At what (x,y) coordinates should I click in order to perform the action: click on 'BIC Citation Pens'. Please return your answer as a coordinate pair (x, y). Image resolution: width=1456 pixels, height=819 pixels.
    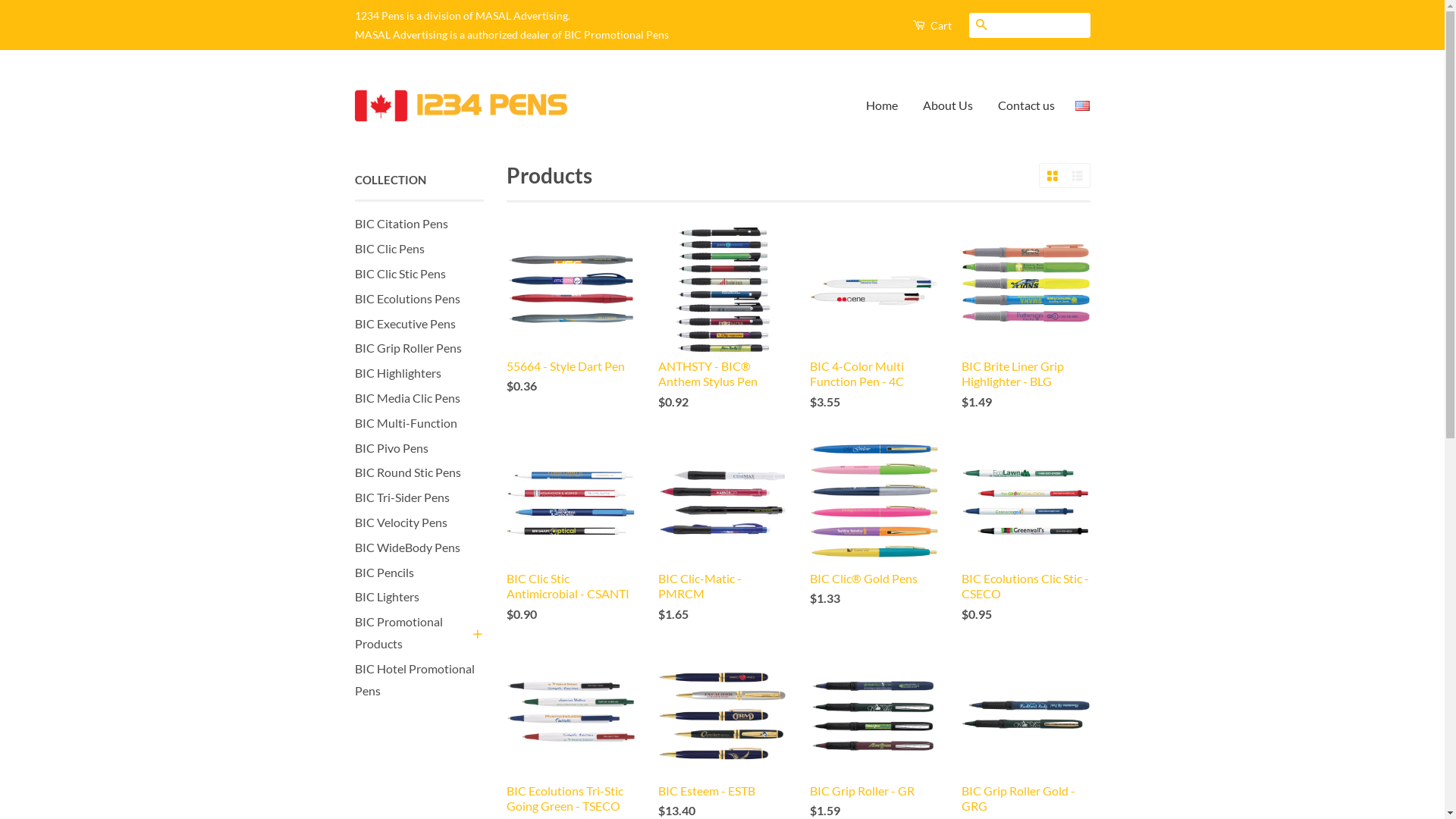
    Looking at the image, I should click on (401, 223).